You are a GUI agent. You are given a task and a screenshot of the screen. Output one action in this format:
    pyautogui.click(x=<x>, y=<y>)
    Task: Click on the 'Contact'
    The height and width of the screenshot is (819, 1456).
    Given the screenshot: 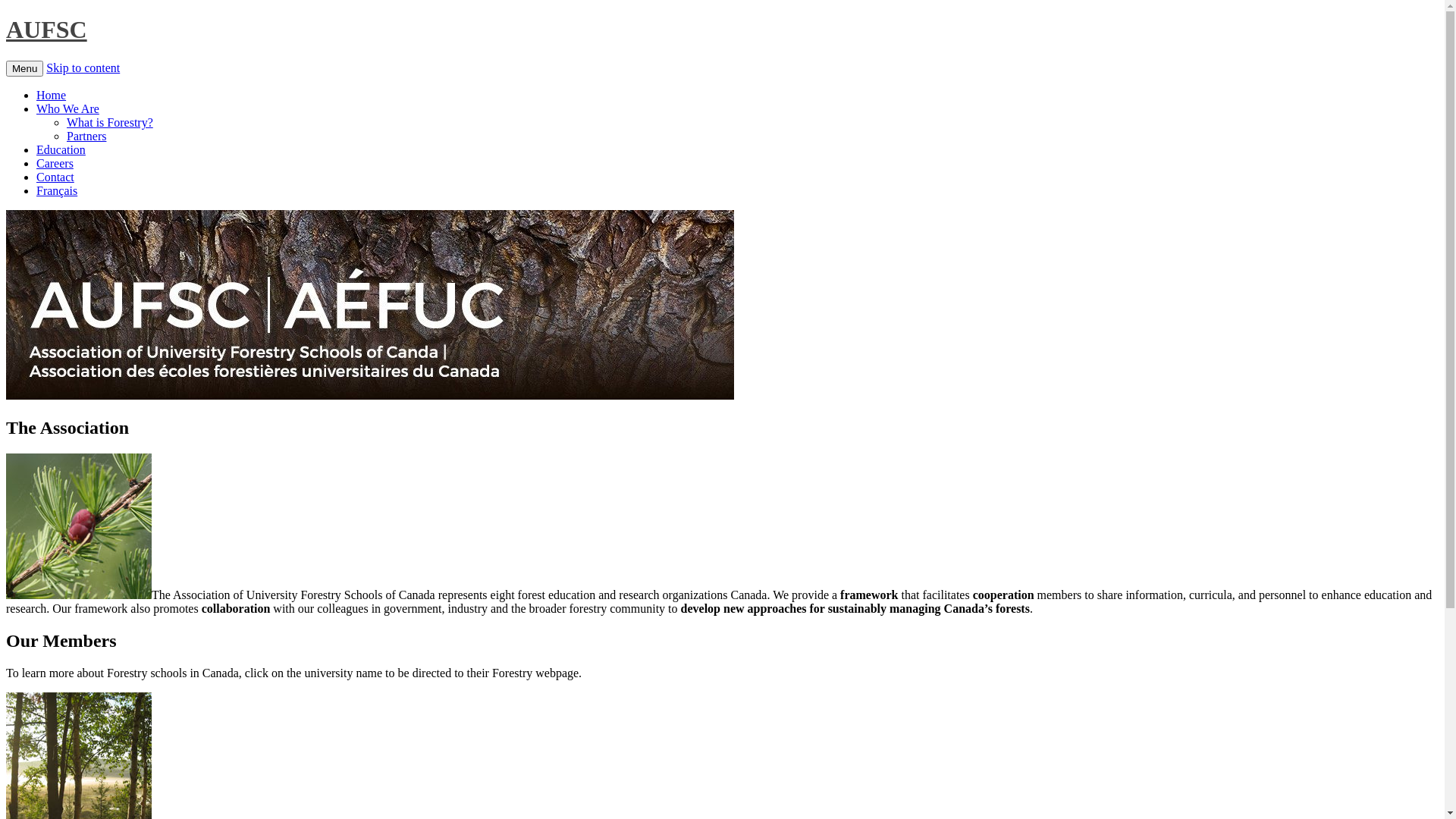 What is the action you would take?
    pyautogui.click(x=55, y=176)
    